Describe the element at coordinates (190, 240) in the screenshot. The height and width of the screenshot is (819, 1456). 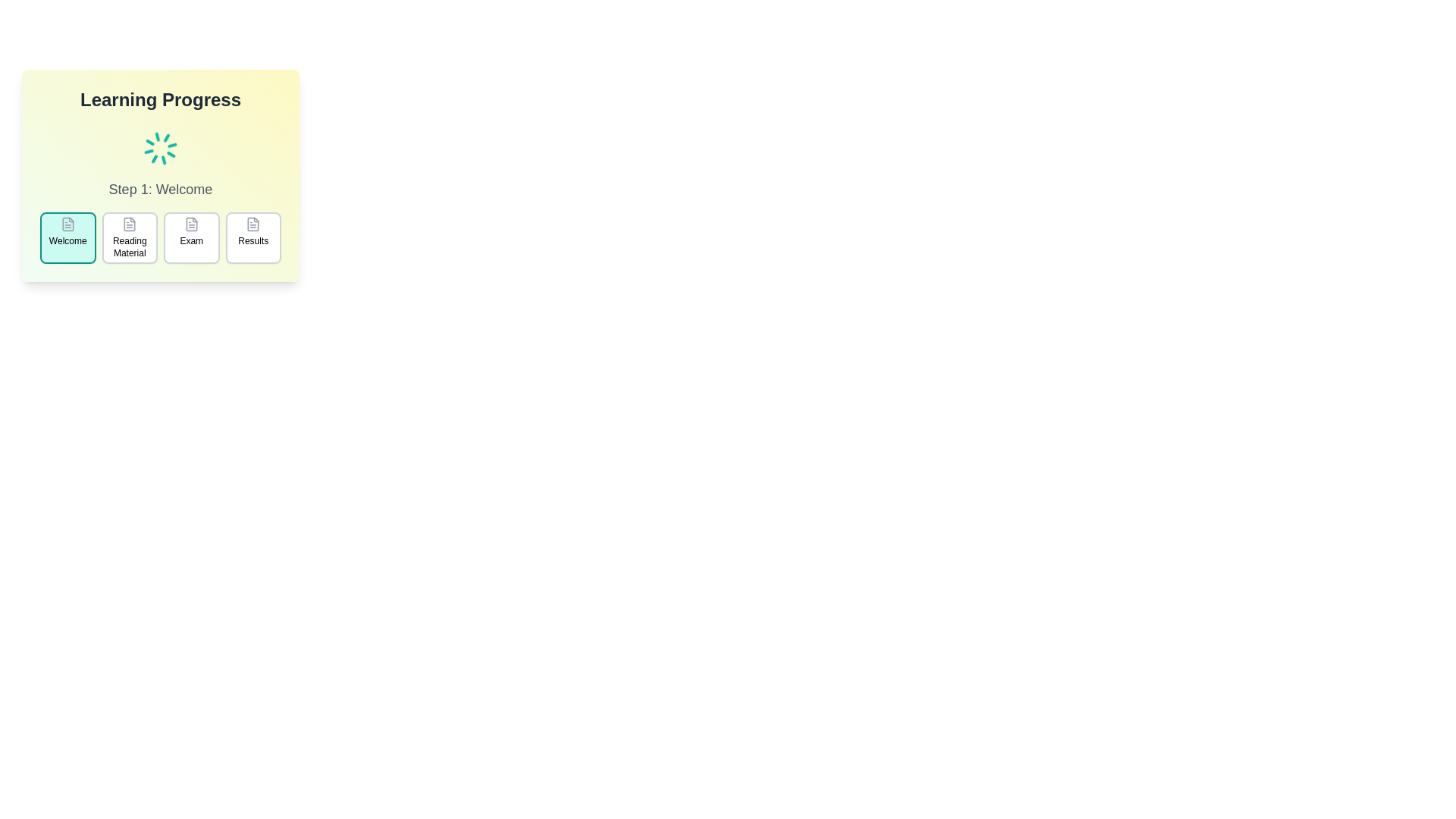
I see `the static text label indicating the 'Exam' function within the third card of the progress tracker` at that location.